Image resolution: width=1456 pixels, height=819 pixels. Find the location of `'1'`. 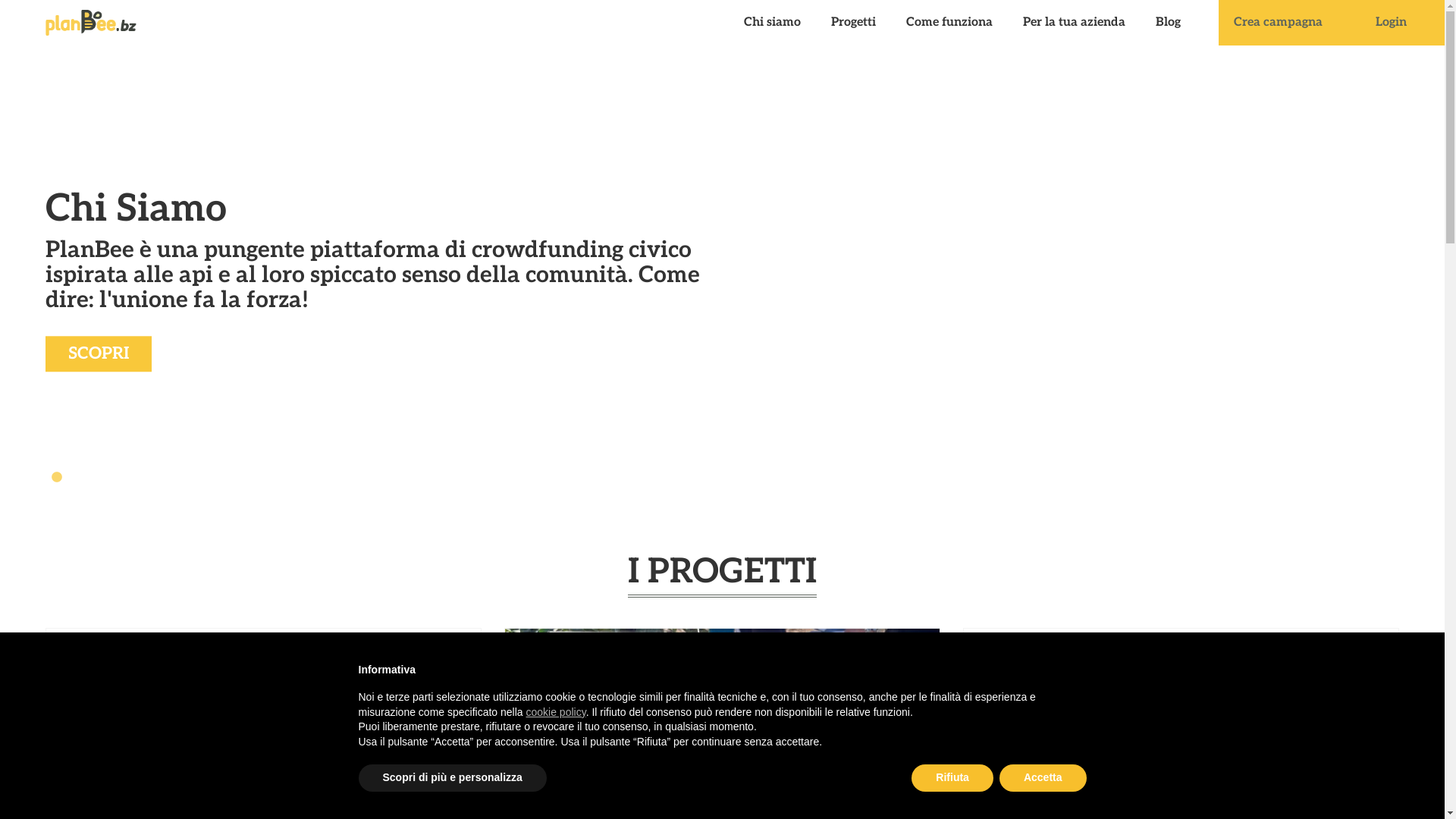

'1' is located at coordinates (49, 476).